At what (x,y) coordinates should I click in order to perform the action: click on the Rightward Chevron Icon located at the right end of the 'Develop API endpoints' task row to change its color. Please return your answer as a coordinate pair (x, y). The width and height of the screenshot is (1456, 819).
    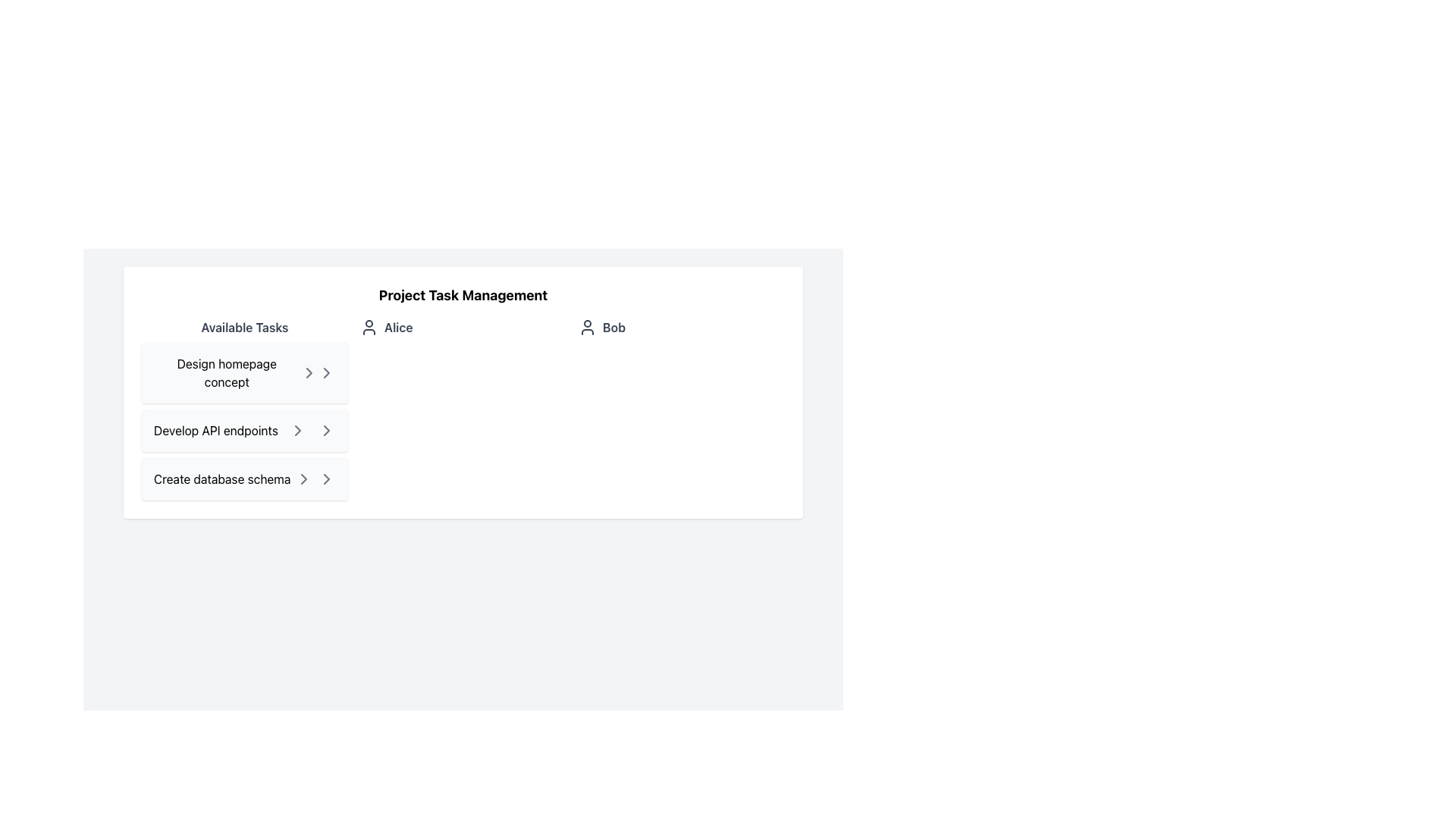
    Looking at the image, I should click on (326, 430).